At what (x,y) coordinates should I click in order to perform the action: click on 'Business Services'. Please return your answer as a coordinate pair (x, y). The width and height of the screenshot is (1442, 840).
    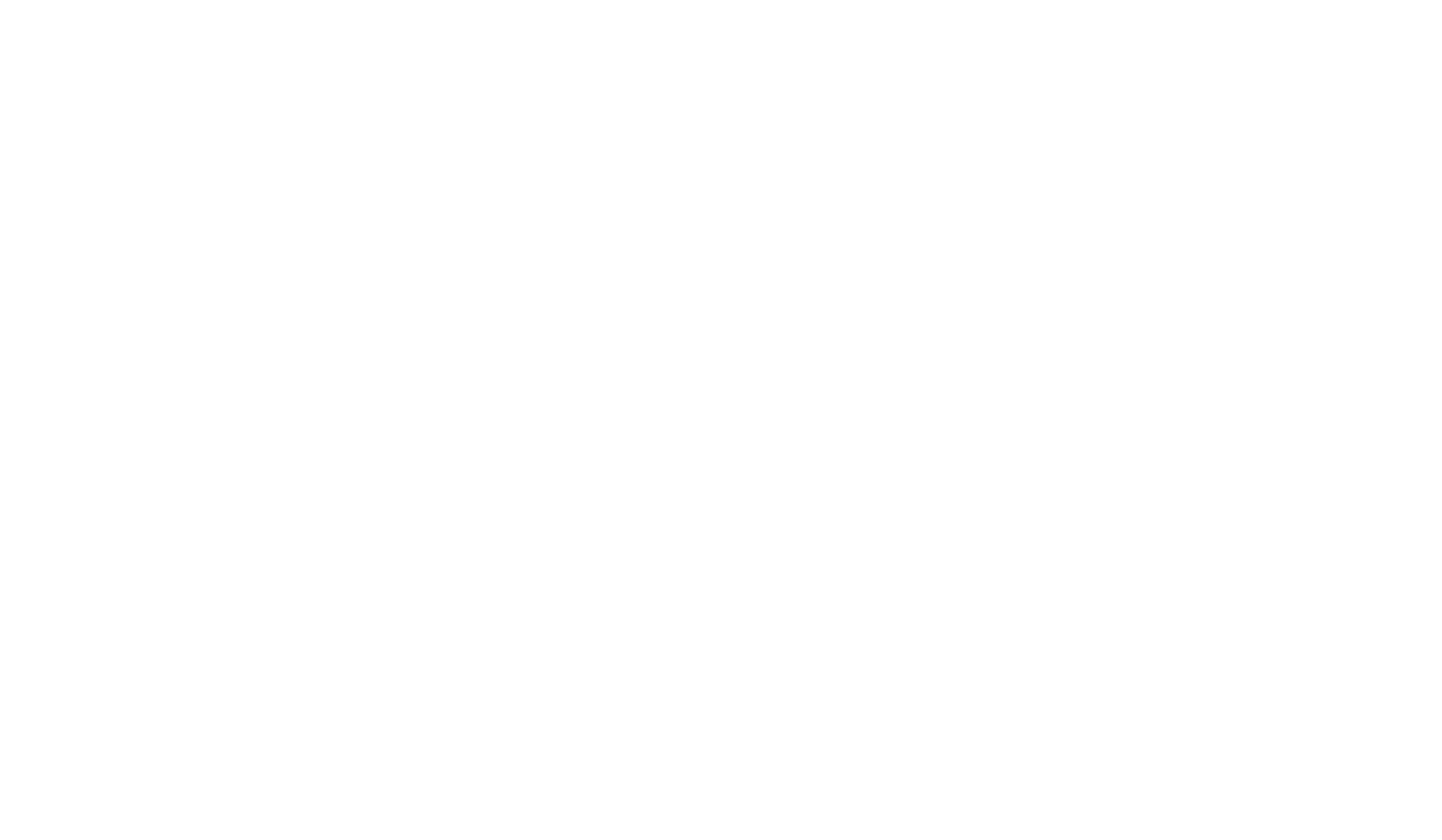
    Looking at the image, I should click on (501, 787).